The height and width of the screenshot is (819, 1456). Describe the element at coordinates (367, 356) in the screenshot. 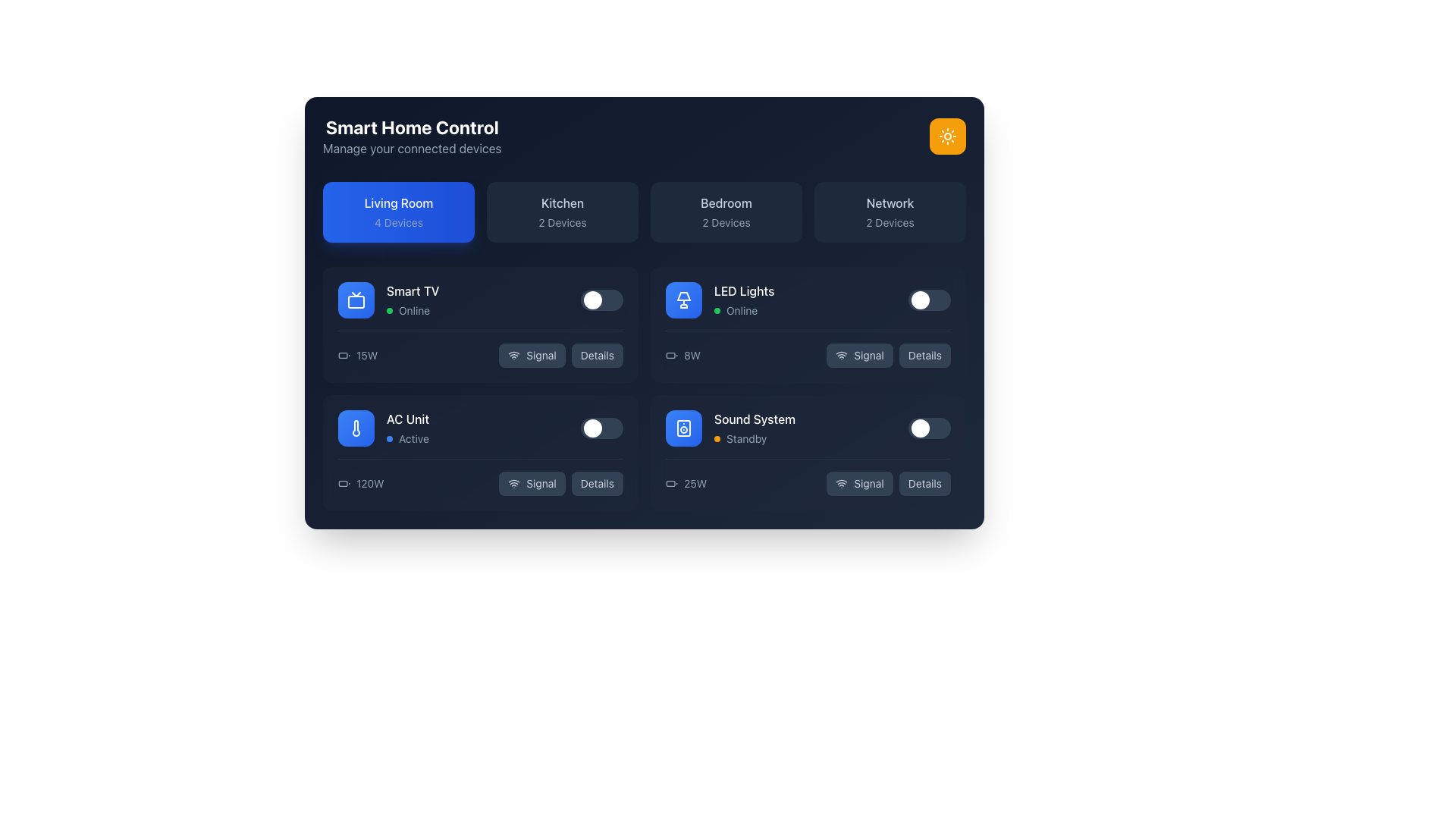

I see `text label '15W' which indicates power consumption, located in the second row of the first room's device list in the home control panel` at that location.